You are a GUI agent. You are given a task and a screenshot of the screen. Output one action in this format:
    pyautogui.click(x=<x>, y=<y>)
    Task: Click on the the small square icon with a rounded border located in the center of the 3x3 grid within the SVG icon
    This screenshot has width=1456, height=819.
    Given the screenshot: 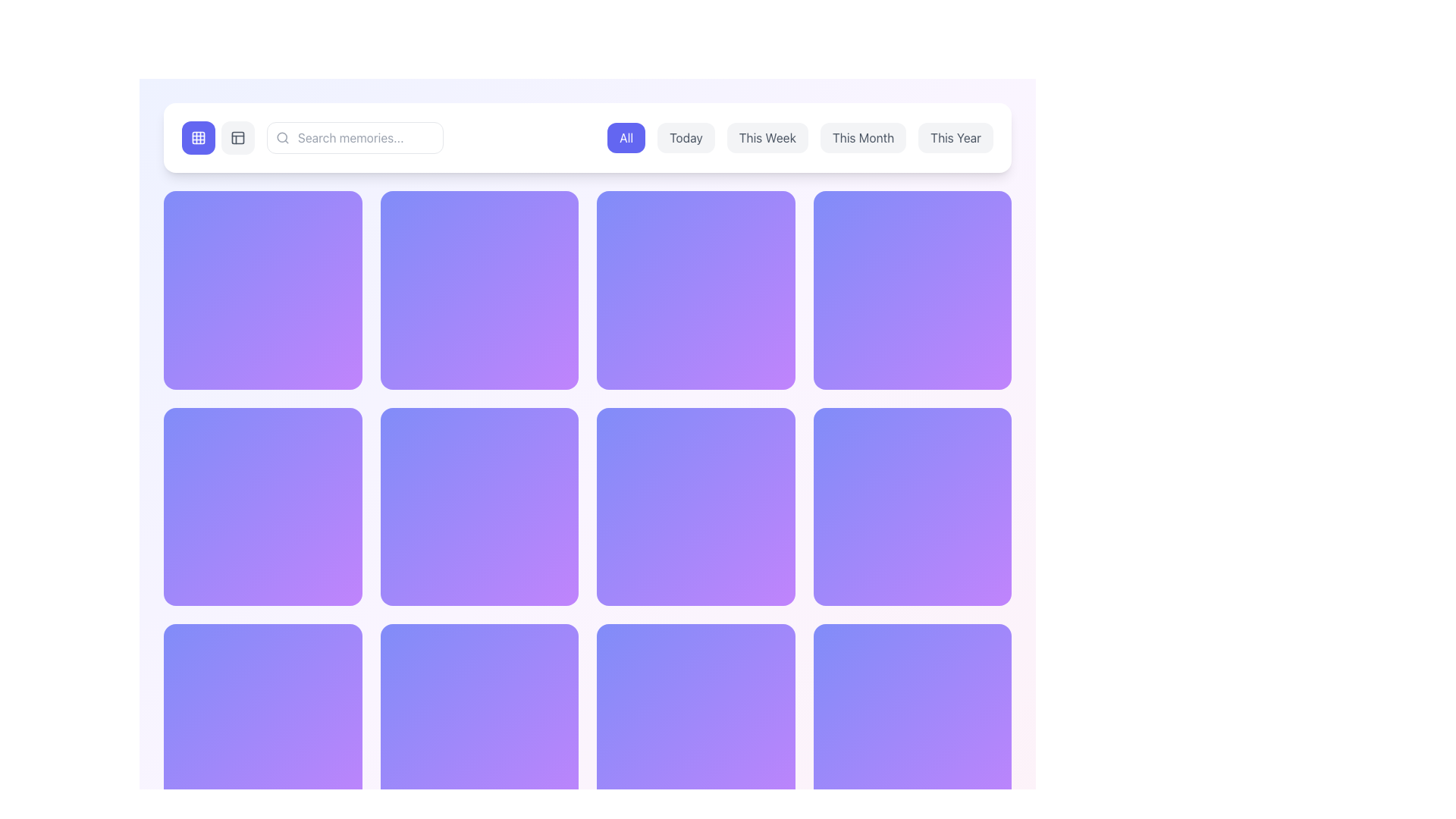 What is the action you would take?
    pyautogui.click(x=198, y=137)
    